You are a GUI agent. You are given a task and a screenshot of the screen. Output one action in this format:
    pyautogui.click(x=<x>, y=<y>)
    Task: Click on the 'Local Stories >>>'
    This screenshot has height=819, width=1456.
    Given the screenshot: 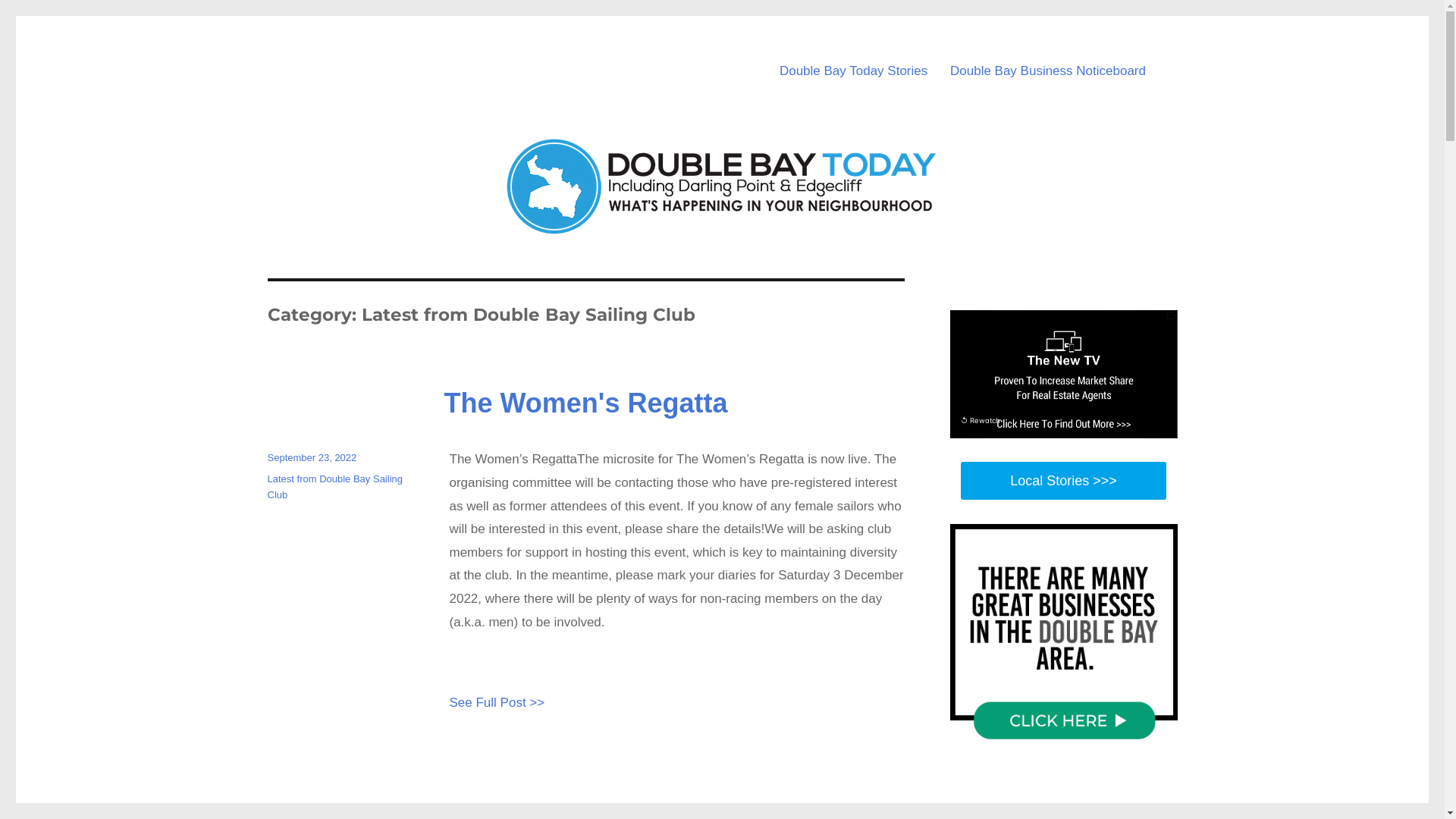 What is the action you would take?
    pyautogui.click(x=1062, y=480)
    